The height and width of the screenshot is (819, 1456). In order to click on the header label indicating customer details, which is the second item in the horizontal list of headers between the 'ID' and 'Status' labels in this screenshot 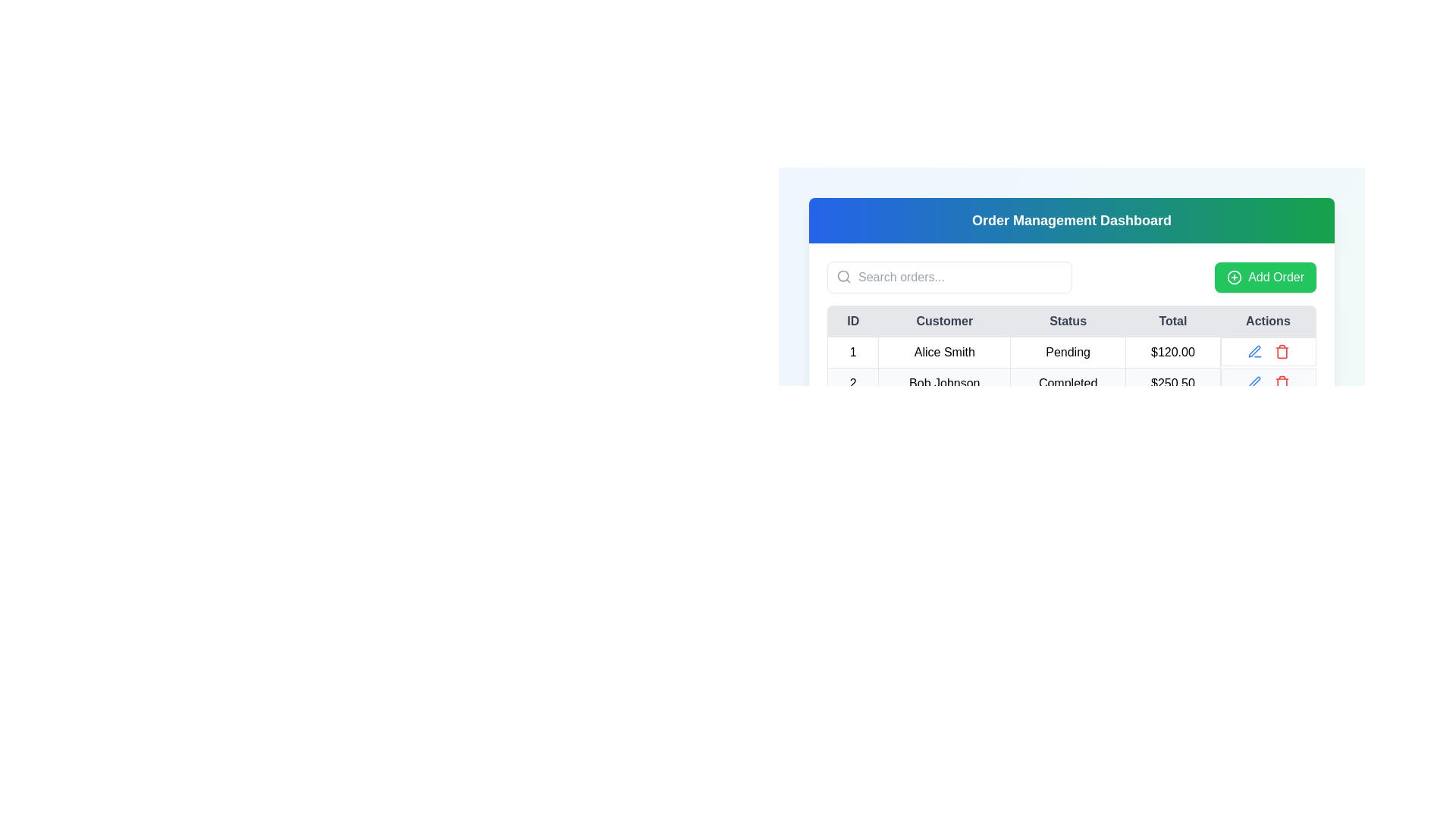, I will do `click(943, 321)`.